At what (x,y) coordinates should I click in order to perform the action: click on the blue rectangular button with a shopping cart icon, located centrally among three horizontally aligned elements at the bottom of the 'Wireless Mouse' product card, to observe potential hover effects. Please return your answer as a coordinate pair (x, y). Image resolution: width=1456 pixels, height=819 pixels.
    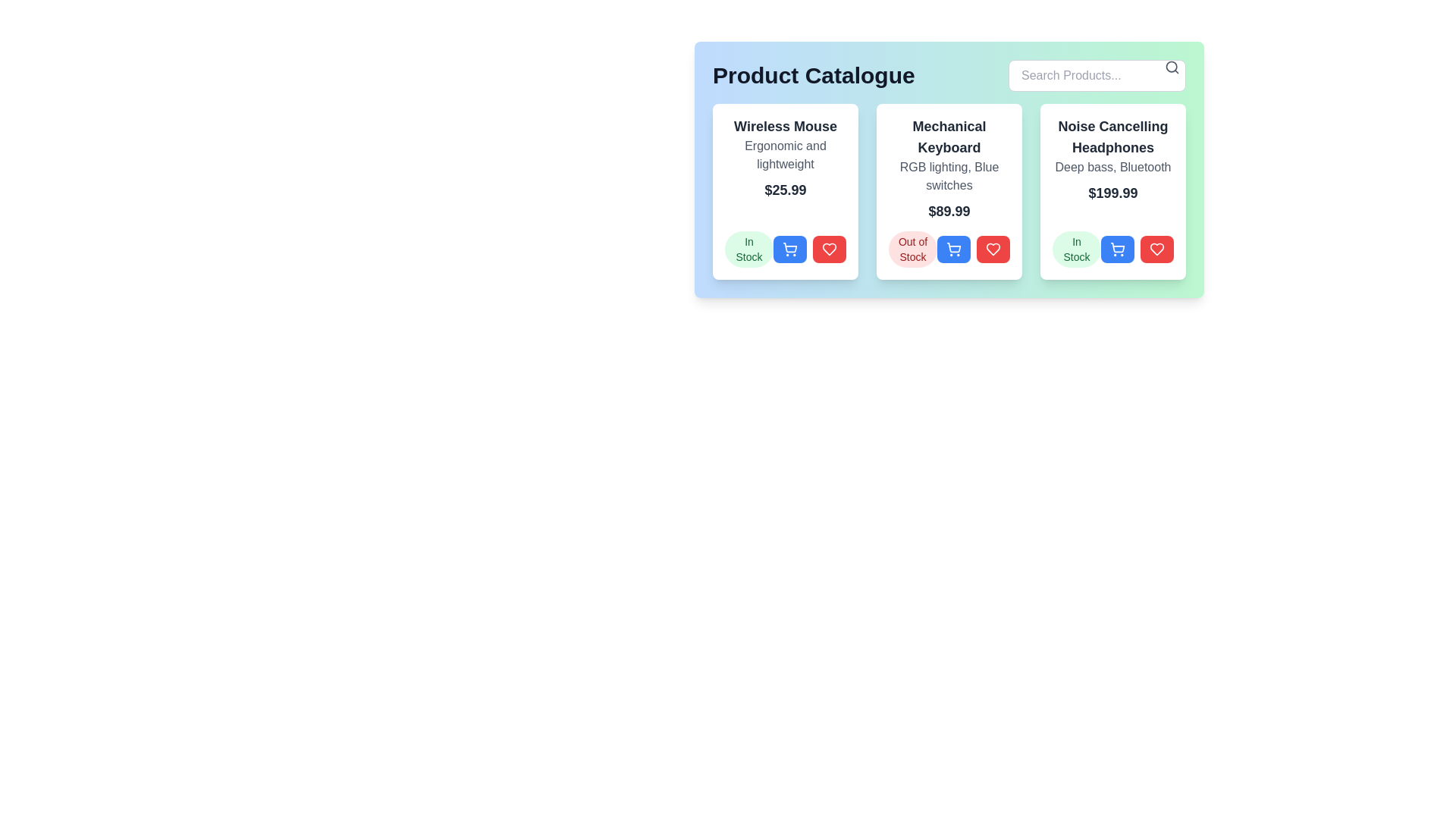
    Looking at the image, I should click on (786, 248).